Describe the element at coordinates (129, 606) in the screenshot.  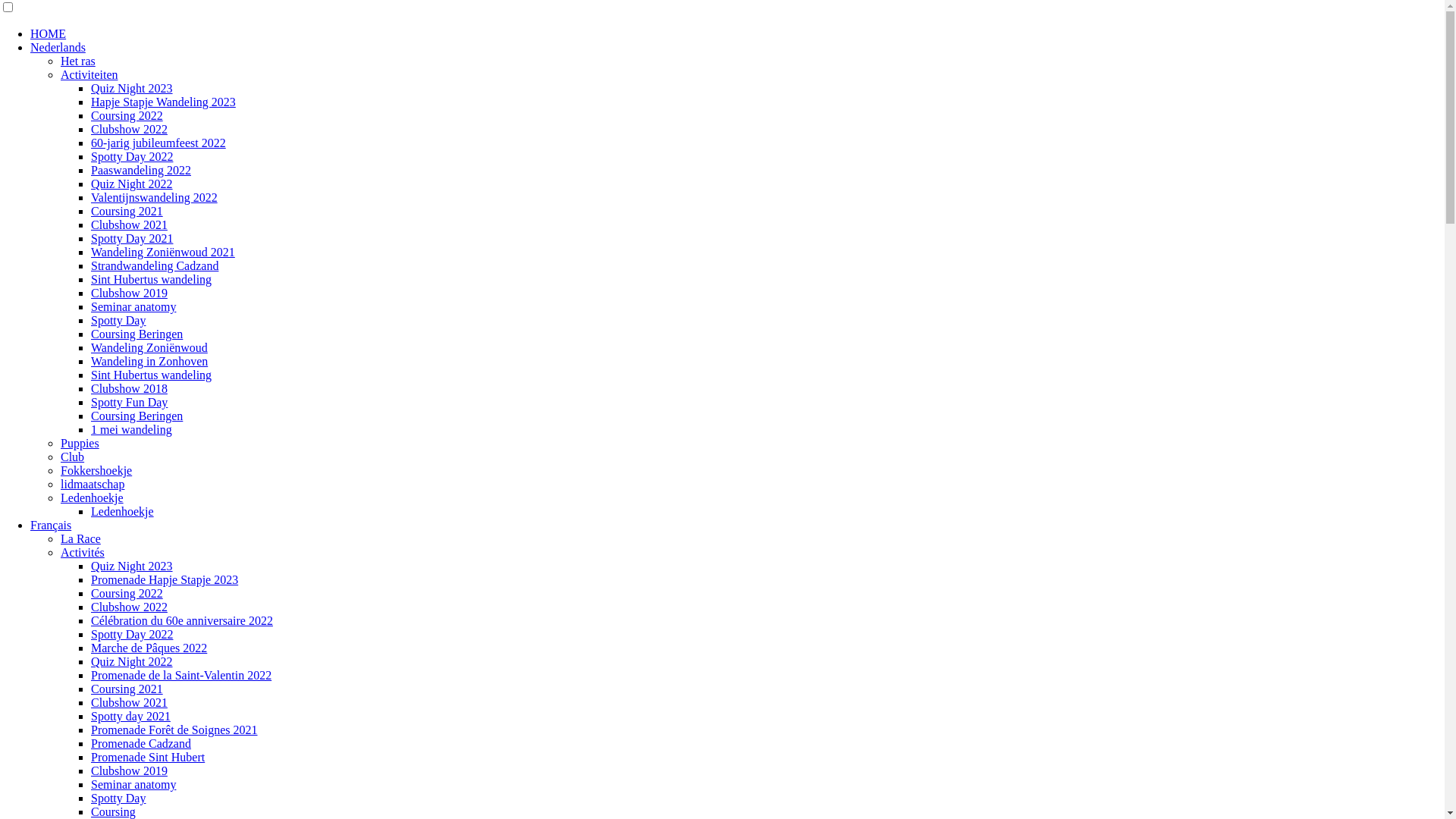
I see `'Clubshow 2022'` at that location.